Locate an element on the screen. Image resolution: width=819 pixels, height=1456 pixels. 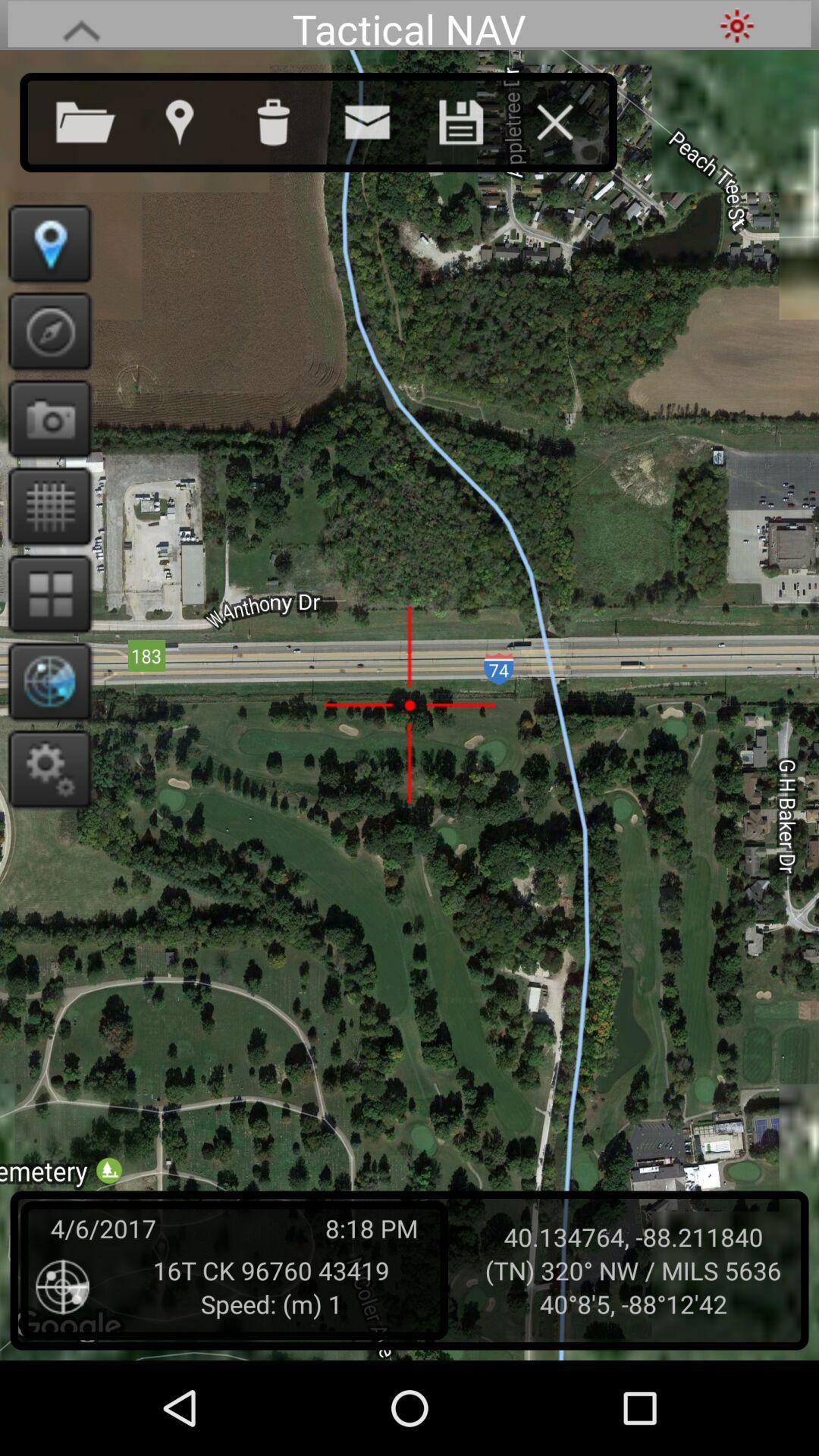
the location icon is located at coordinates (193, 127).